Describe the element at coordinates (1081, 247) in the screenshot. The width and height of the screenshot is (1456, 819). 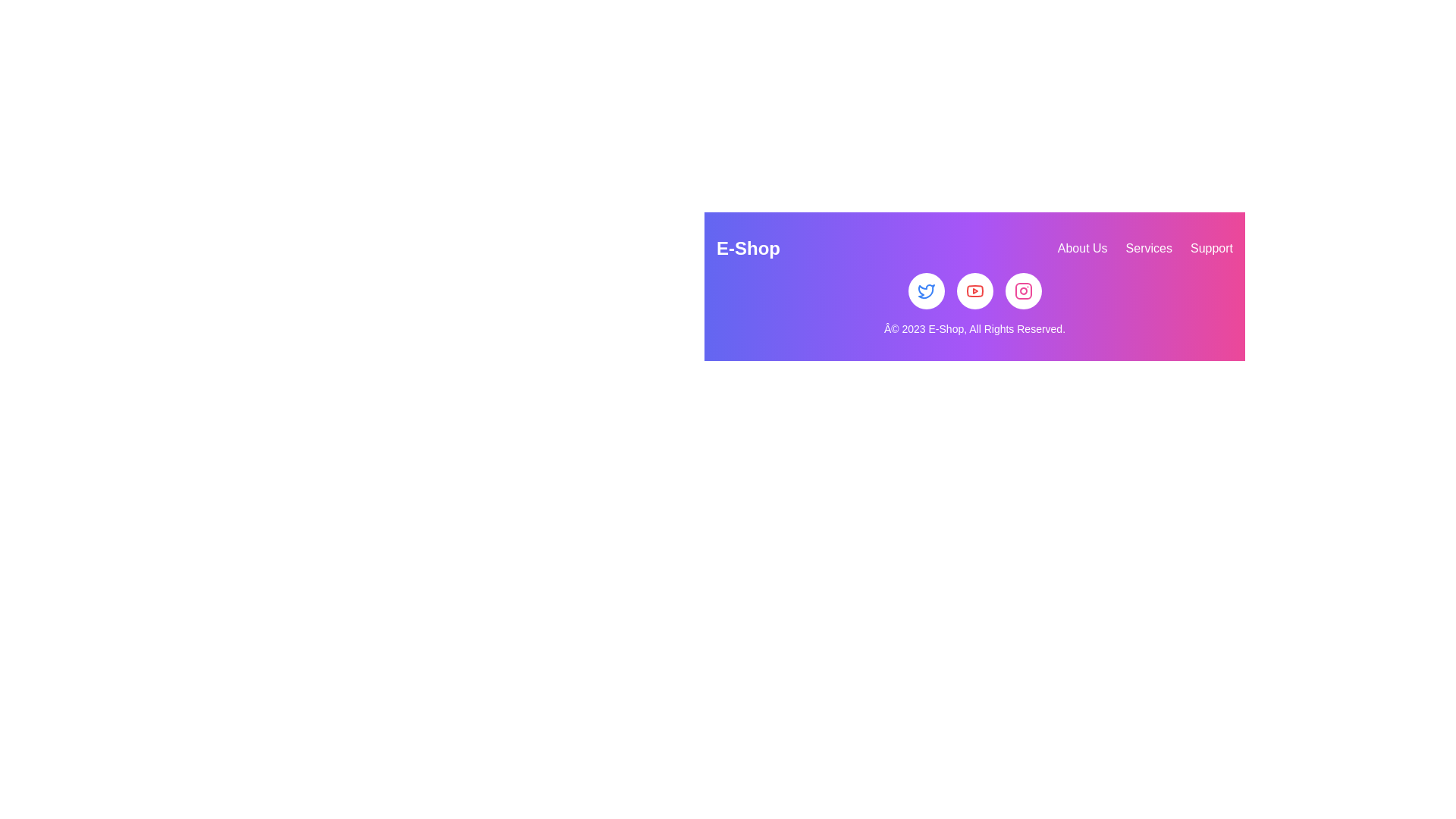
I see `the clickable hyperlink text in the top-right navigation menu` at that location.